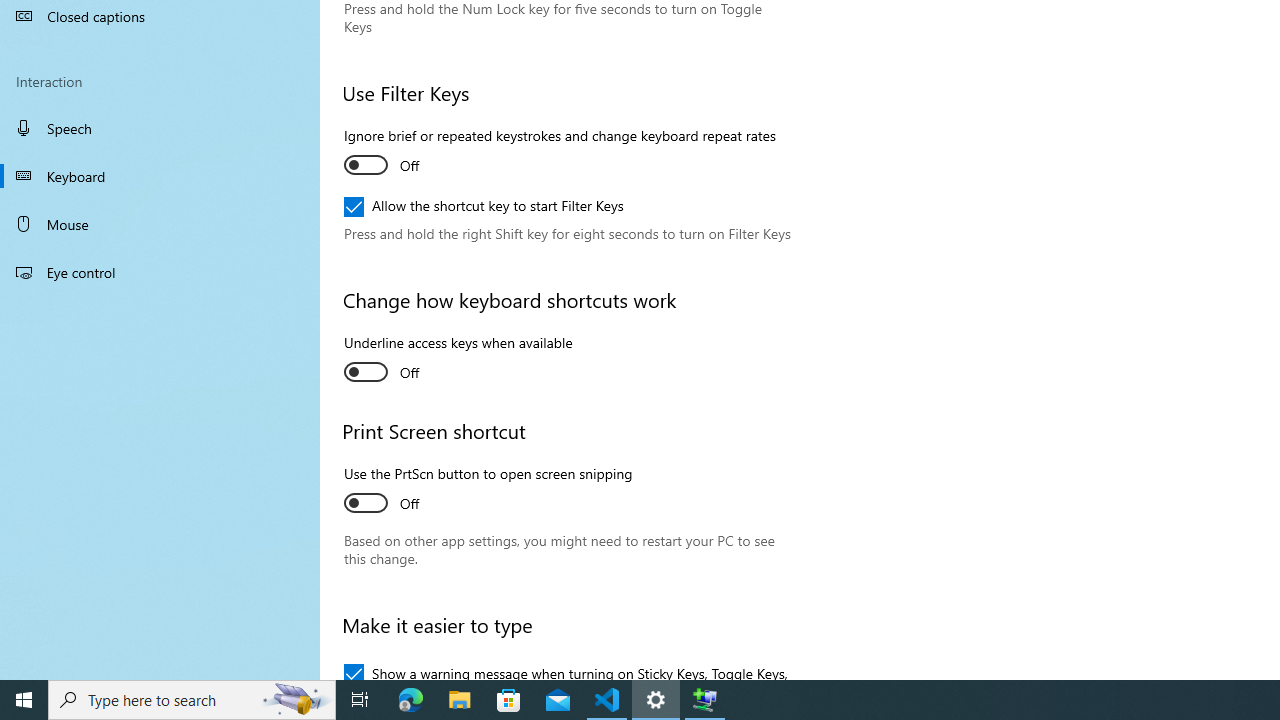  Describe the element at coordinates (192, 698) in the screenshot. I see `'Type here to search'` at that location.